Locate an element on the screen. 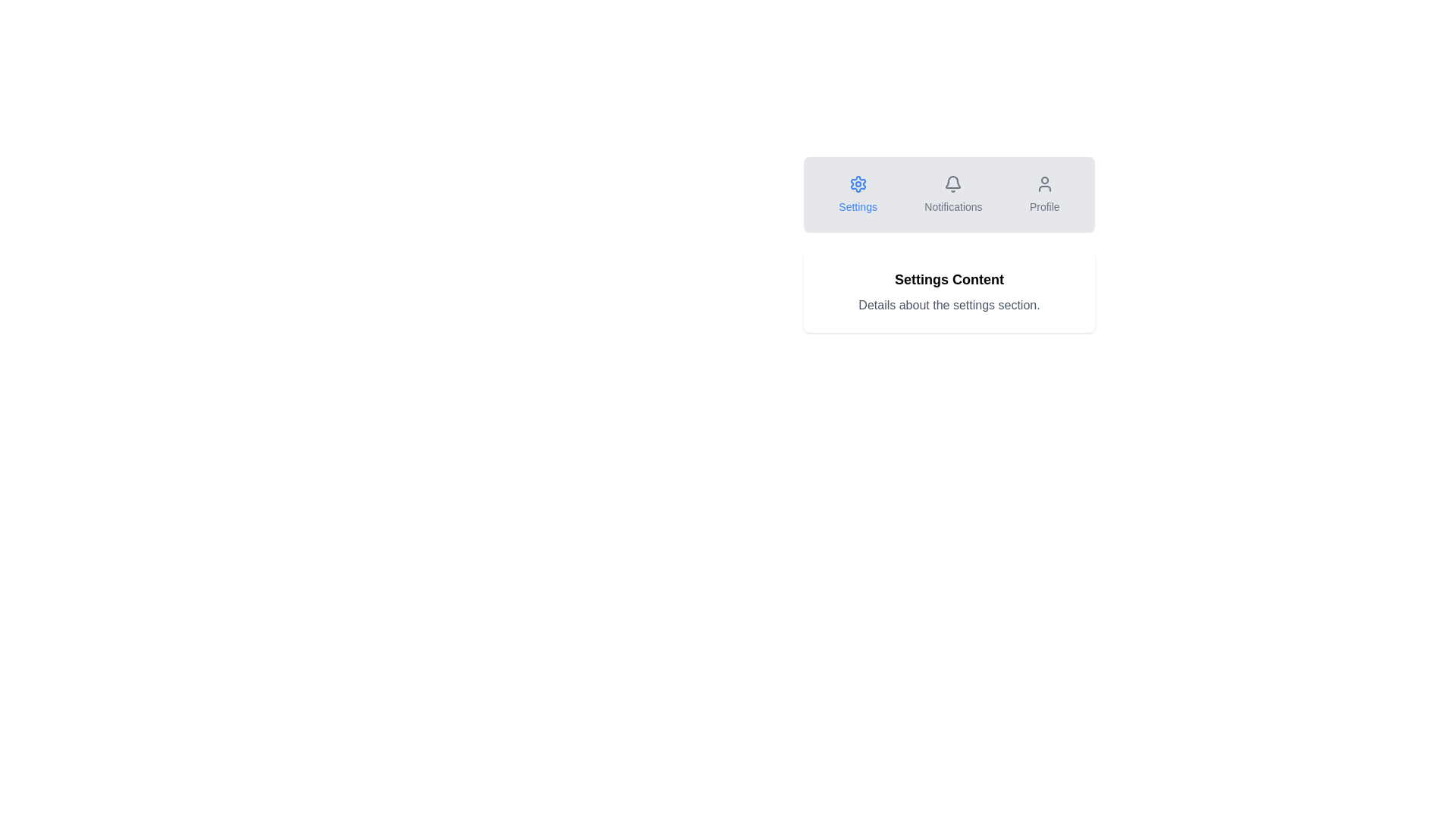  the Tab Navigation Bar located at the top of the interface is located at coordinates (949, 194).